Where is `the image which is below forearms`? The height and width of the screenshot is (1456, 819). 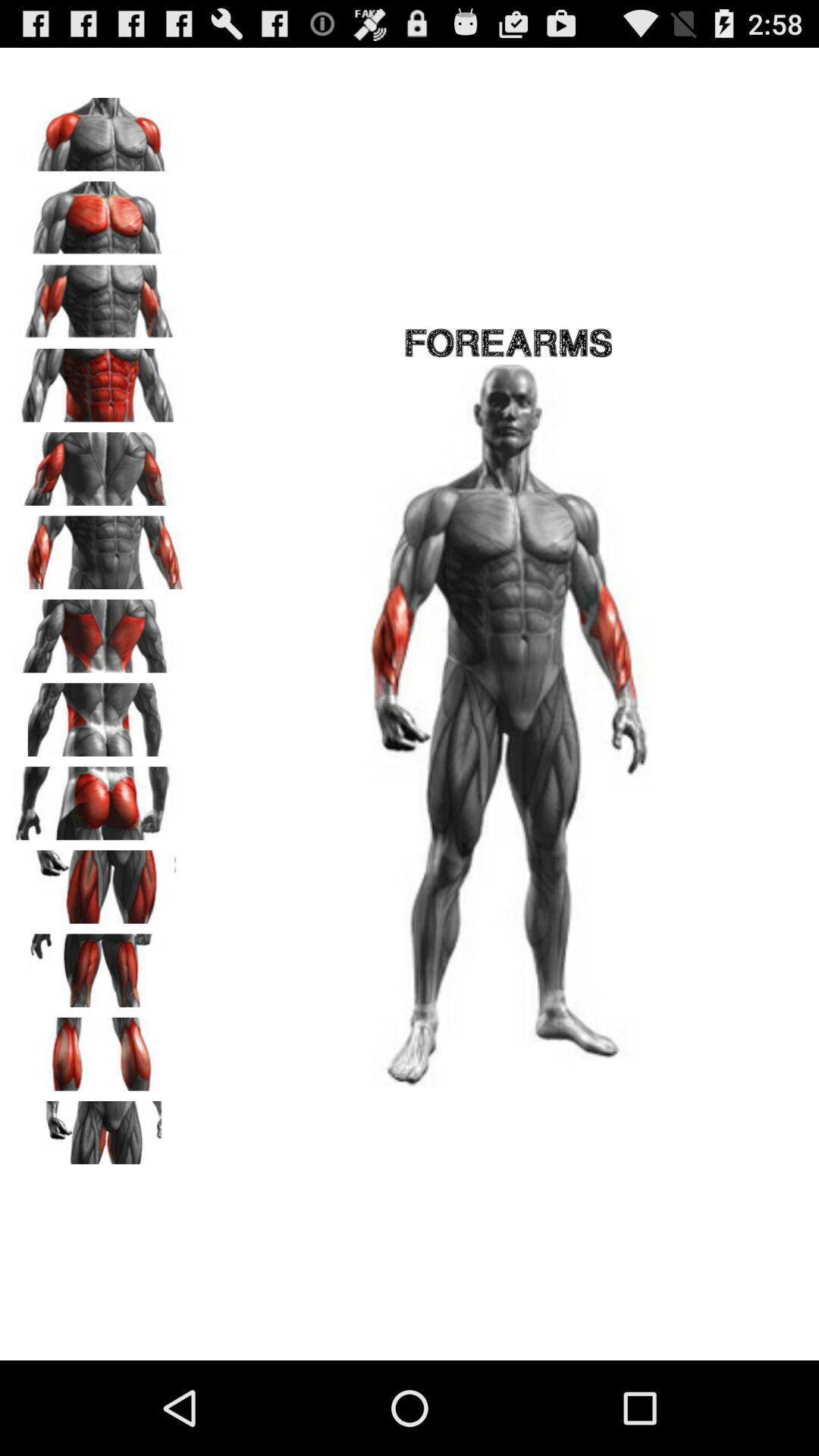 the image which is below forearms is located at coordinates (509, 725).